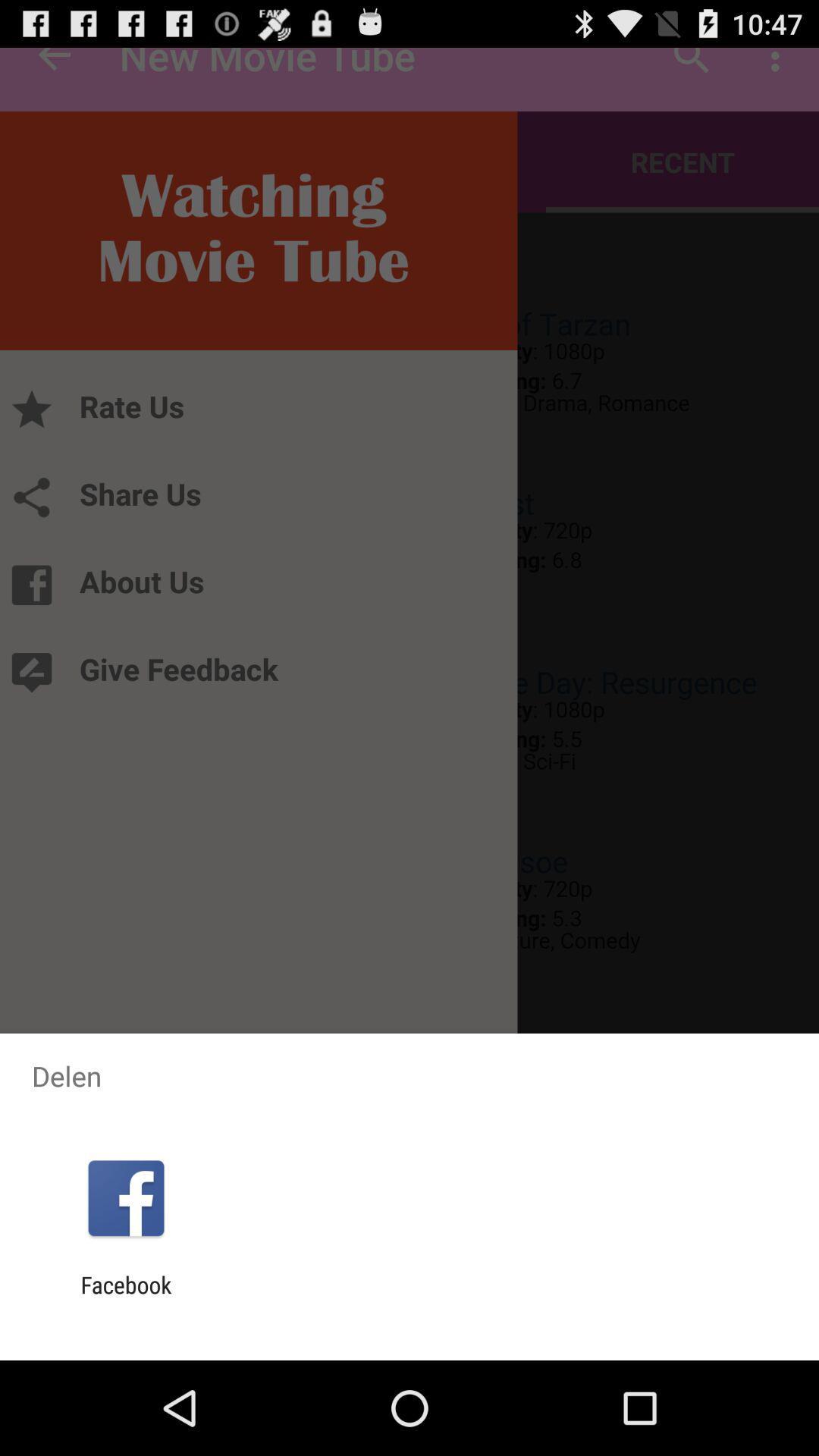 Image resolution: width=819 pixels, height=1456 pixels. Describe the element at coordinates (125, 1197) in the screenshot. I see `item below the delen app` at that location.